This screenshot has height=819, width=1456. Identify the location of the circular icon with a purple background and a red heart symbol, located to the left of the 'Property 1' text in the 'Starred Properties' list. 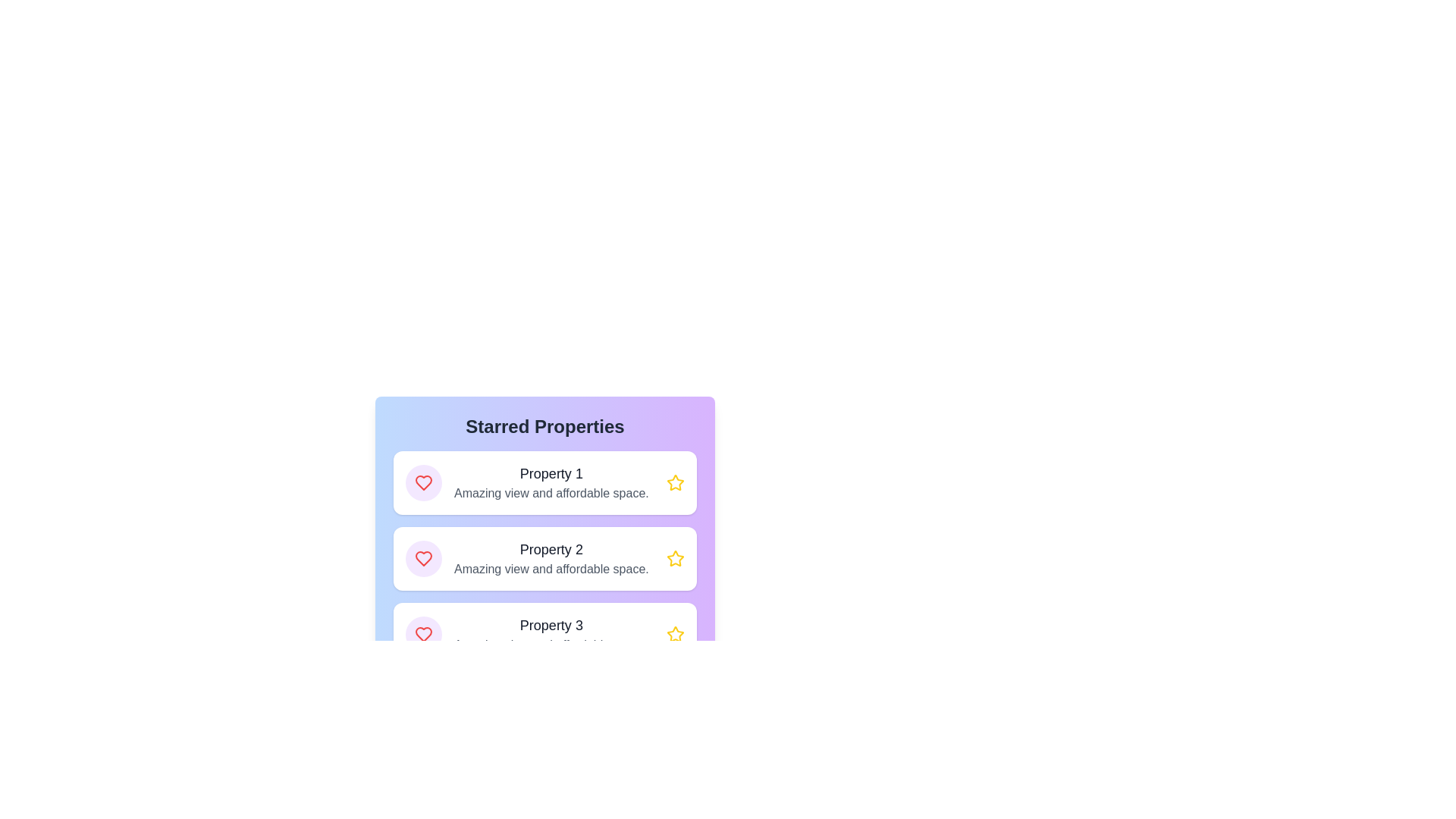
(423, 482).